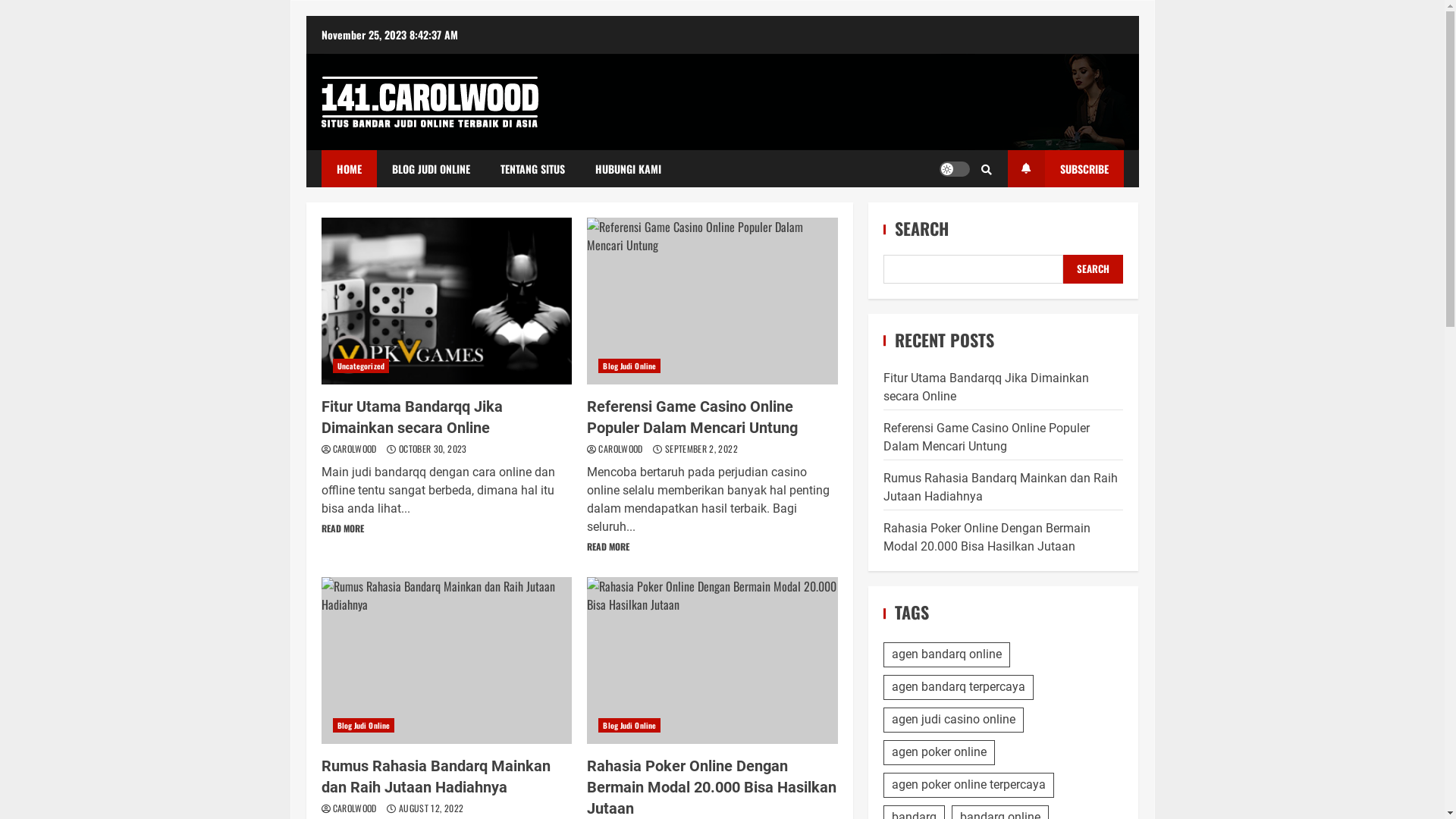  Describe the element at coordinates (355, 447) in the screenshot. I see `'CAROLWOOD'` at that location.